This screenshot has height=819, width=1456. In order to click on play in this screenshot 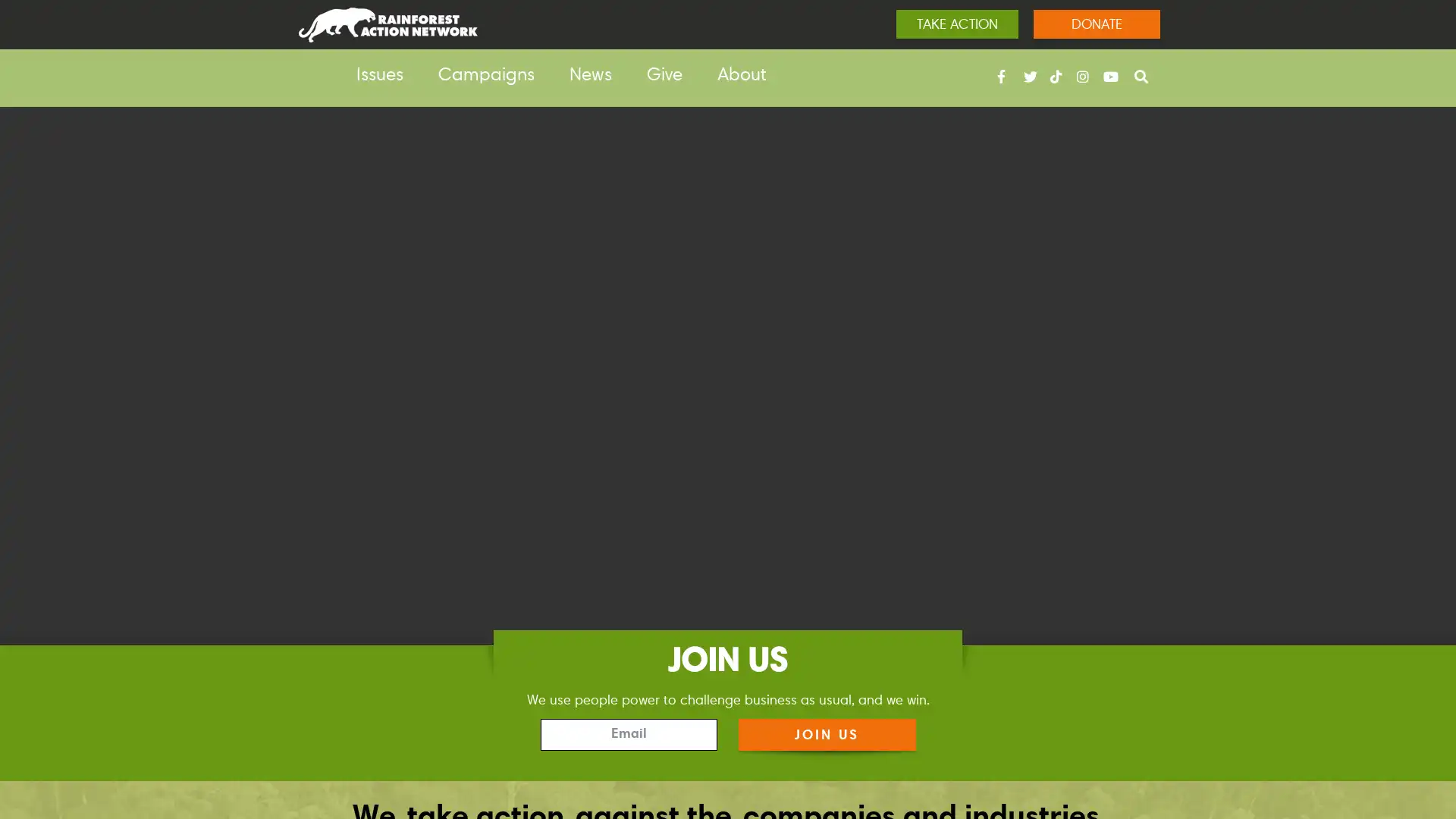, I will do `click(36, 739)`.